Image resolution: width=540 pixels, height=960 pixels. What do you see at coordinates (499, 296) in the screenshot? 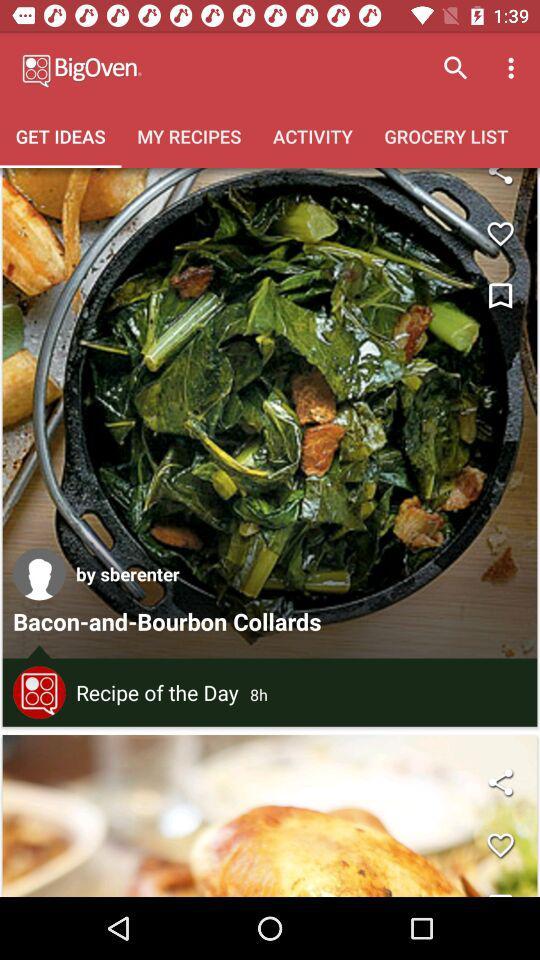
I see `bookmark recipe` at bounding box center [499, 296].